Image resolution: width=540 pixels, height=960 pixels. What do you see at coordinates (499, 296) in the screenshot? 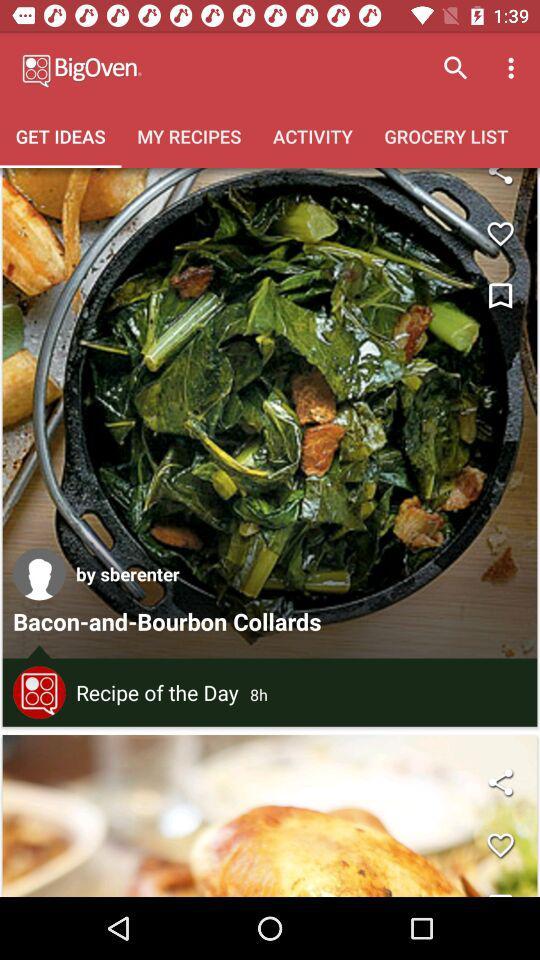
I see `bookmark recipe` at bounding box center [499, 296].